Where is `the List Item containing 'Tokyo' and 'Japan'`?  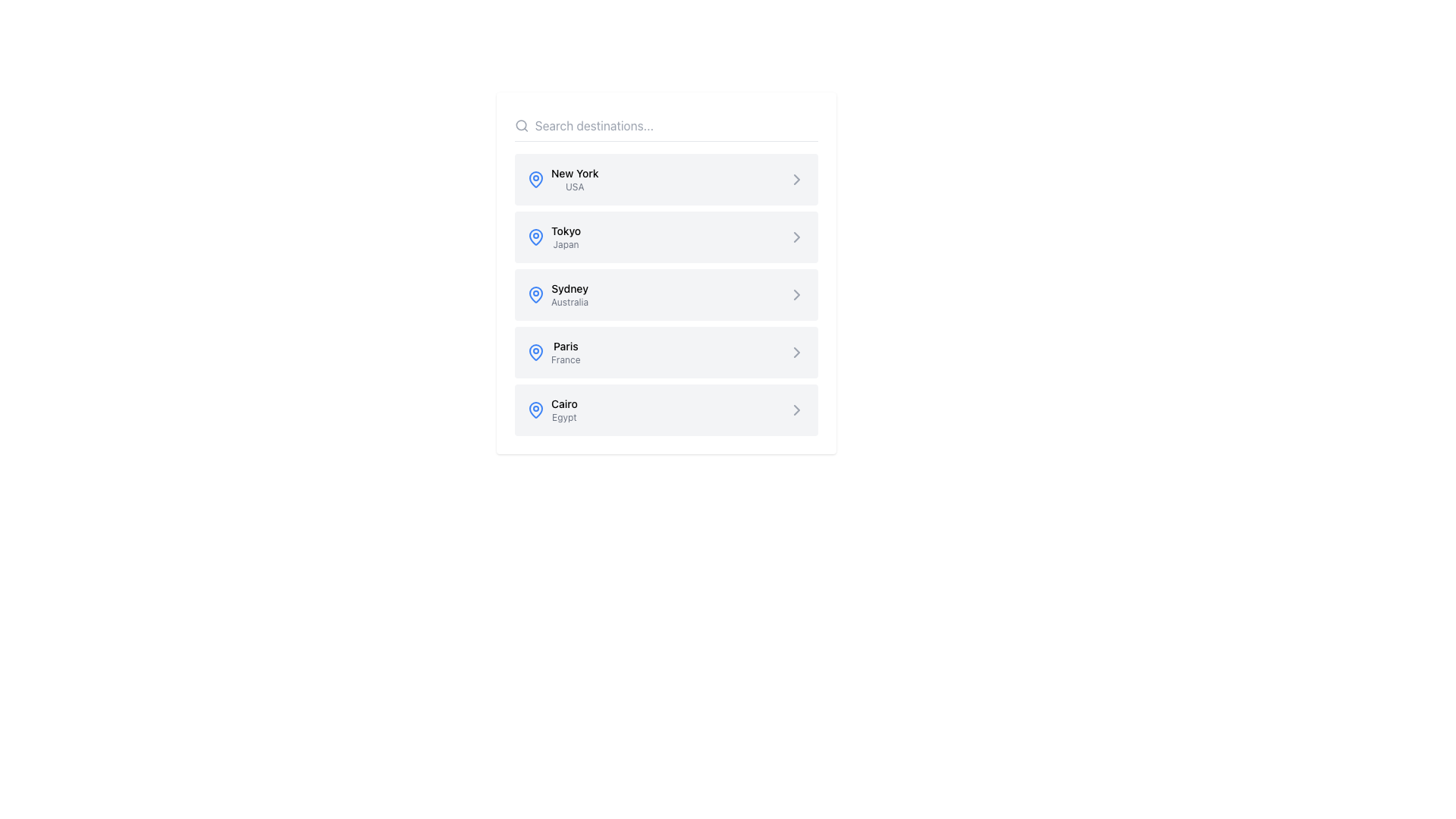 the List Item containing 'Tokyo' and 'Japan' is located at coordinates (666, 237).